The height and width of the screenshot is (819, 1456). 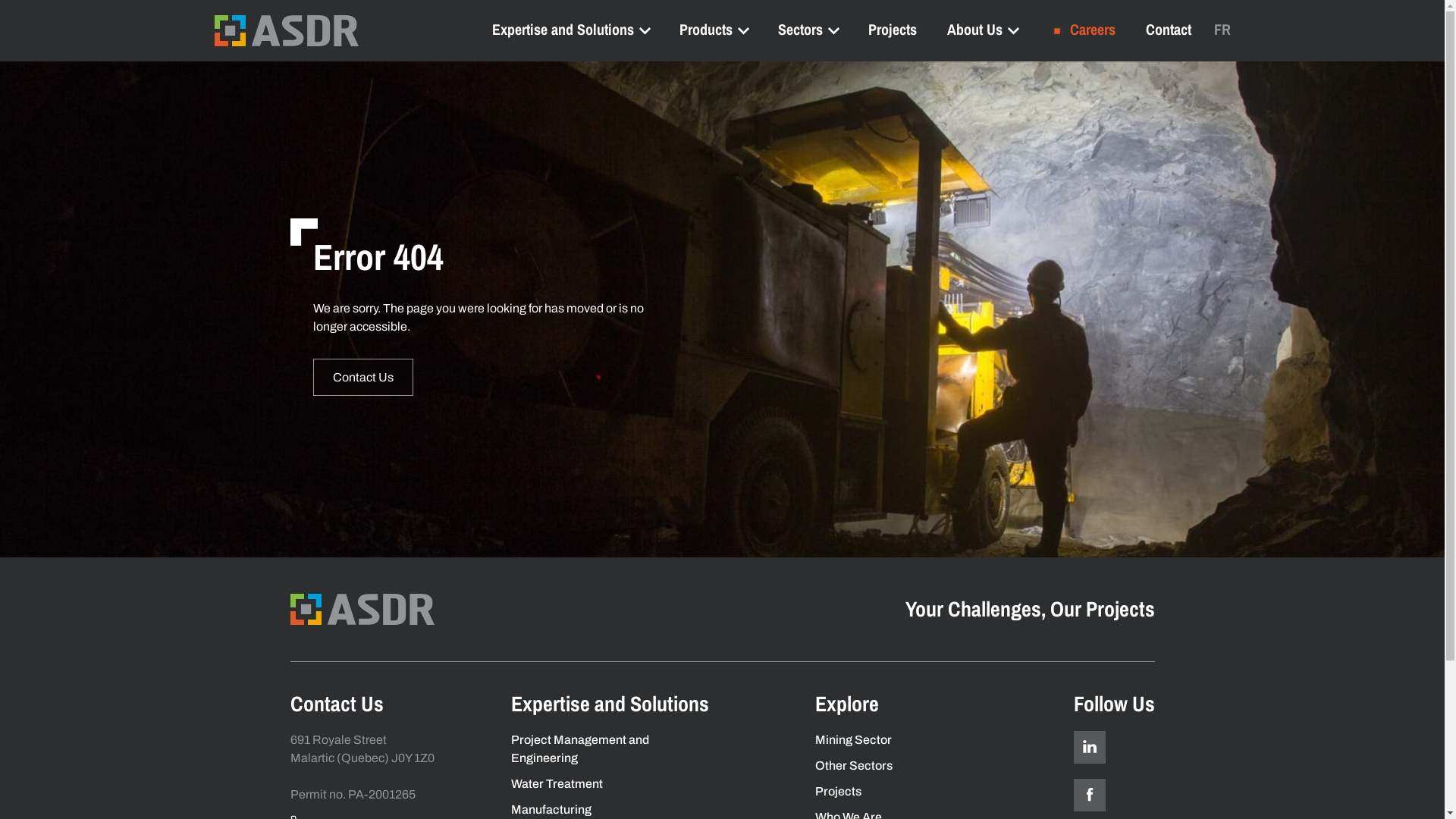 I want to click on 'Products', so click(x=712, y=29).